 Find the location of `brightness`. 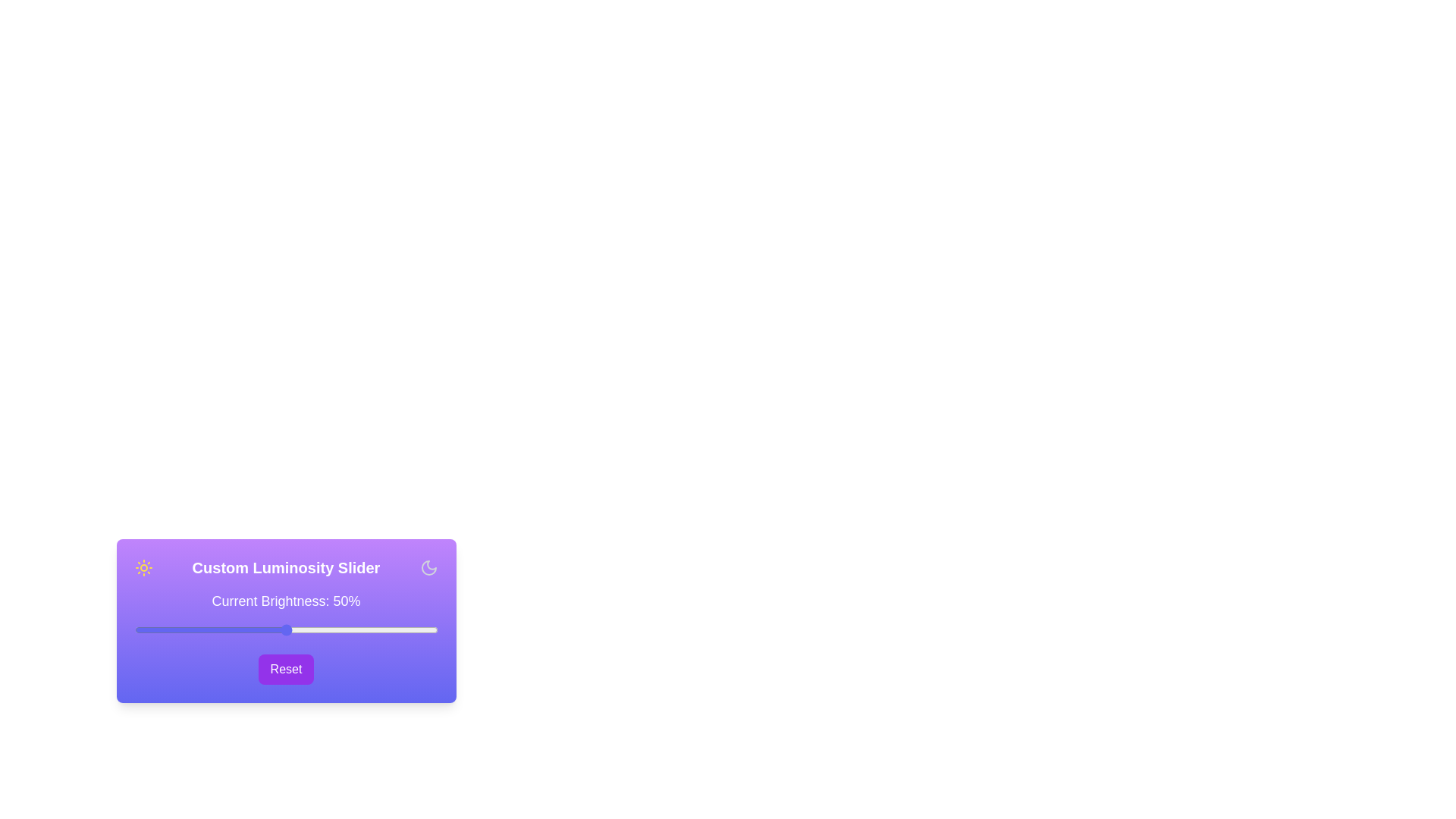

brightness is located at coordinates (349, 629).